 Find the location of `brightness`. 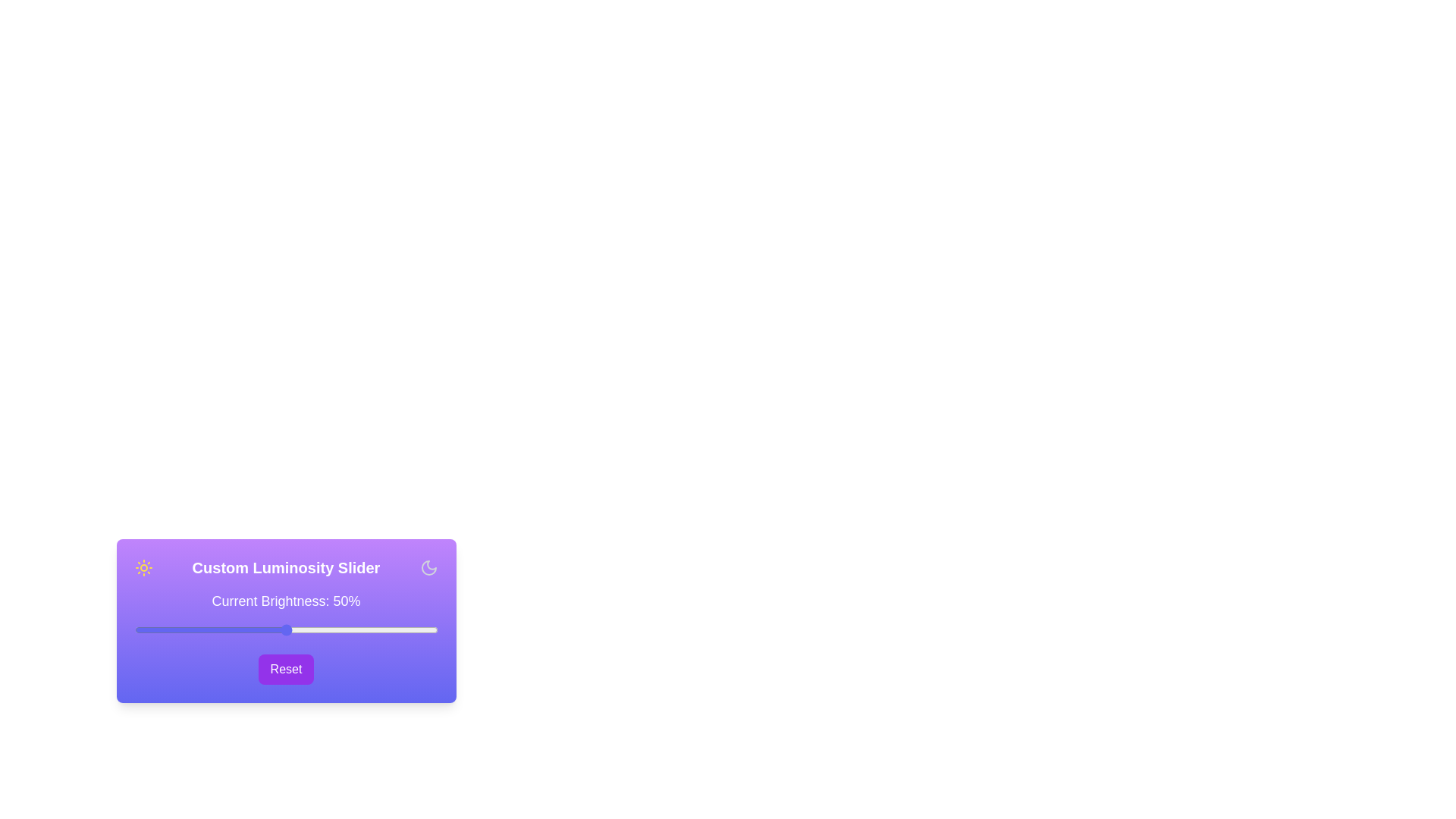

brightness is located at coordinates (349, 629).